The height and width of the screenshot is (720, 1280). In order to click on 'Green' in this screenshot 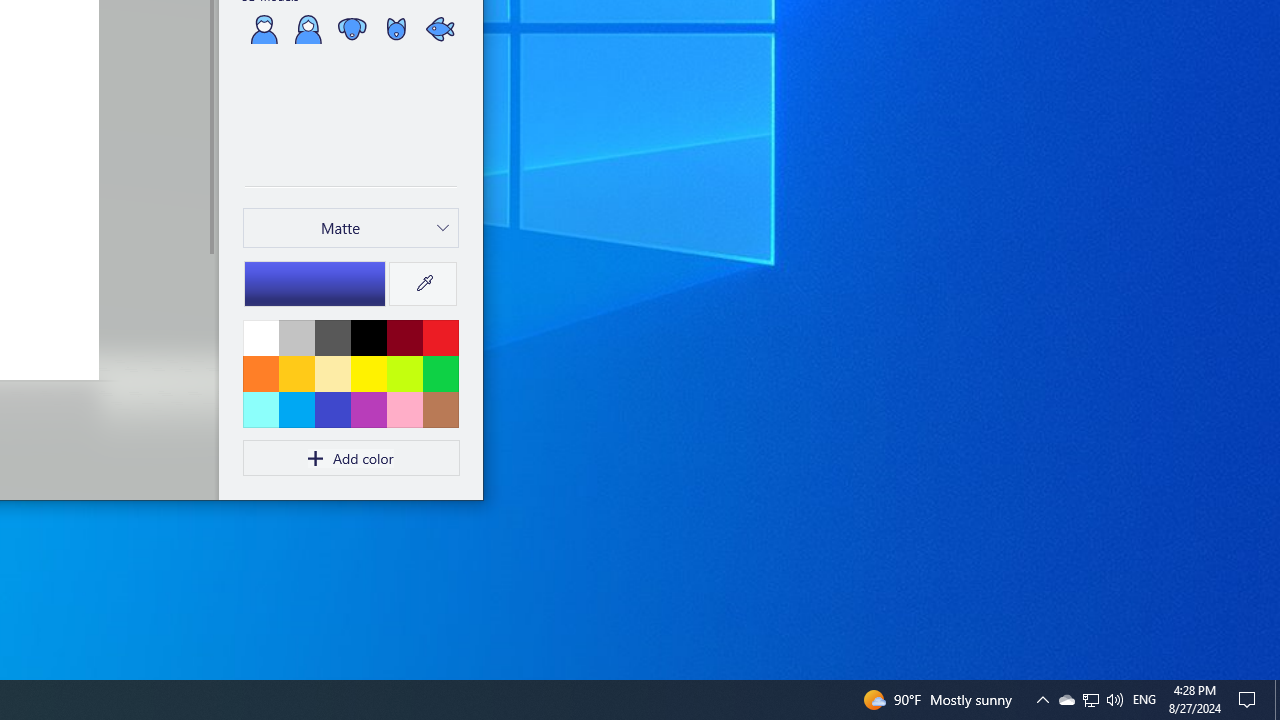, I will do `click(439, 373)`.